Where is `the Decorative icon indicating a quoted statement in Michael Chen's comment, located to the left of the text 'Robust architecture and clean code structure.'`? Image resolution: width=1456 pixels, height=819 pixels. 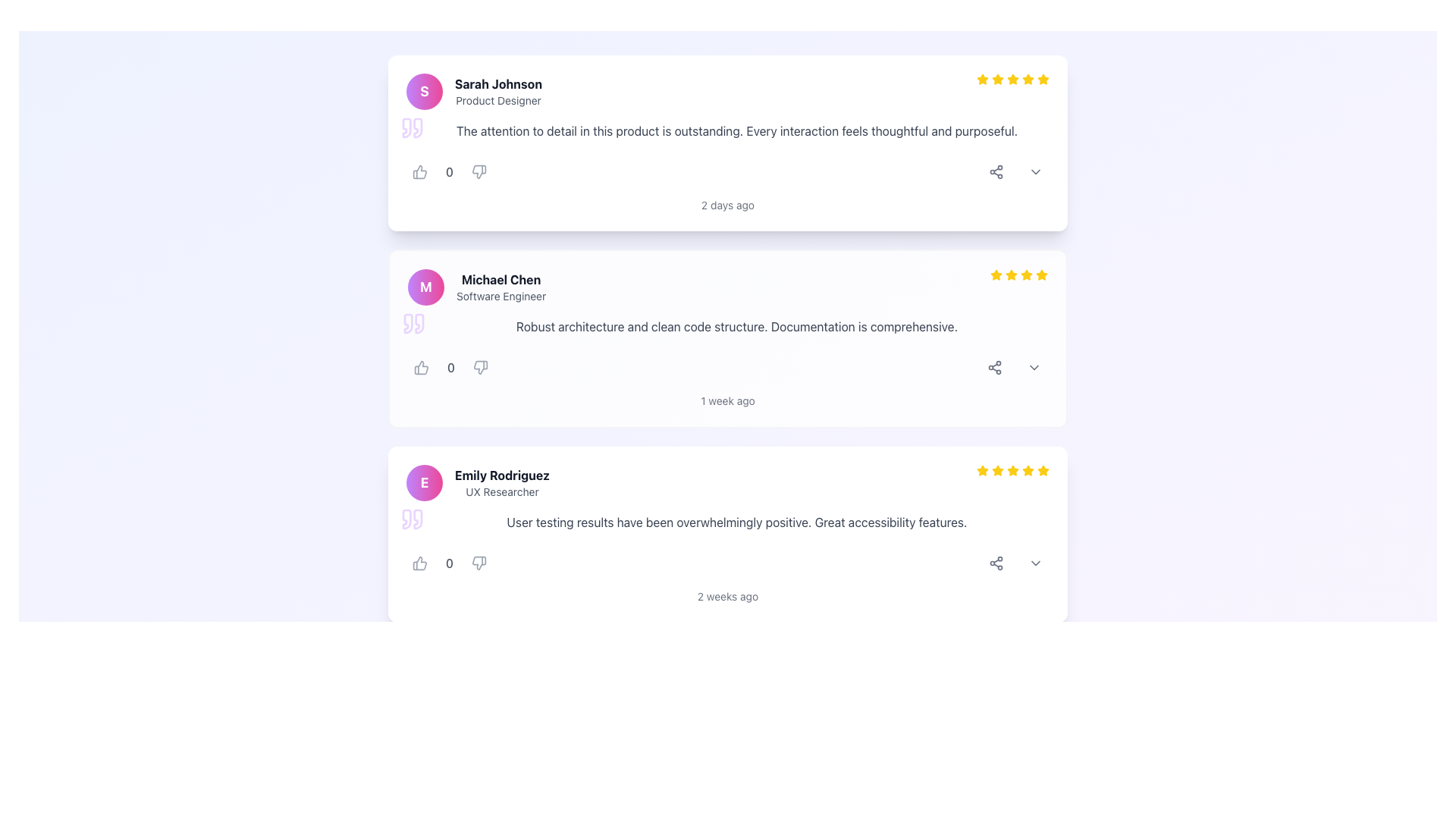
the Decorative icon indicating a quoted statement in Michael Chen's comment, located to the left of the text 'Robust architecture and clean code structure.' is located at coordinates (414, 323).